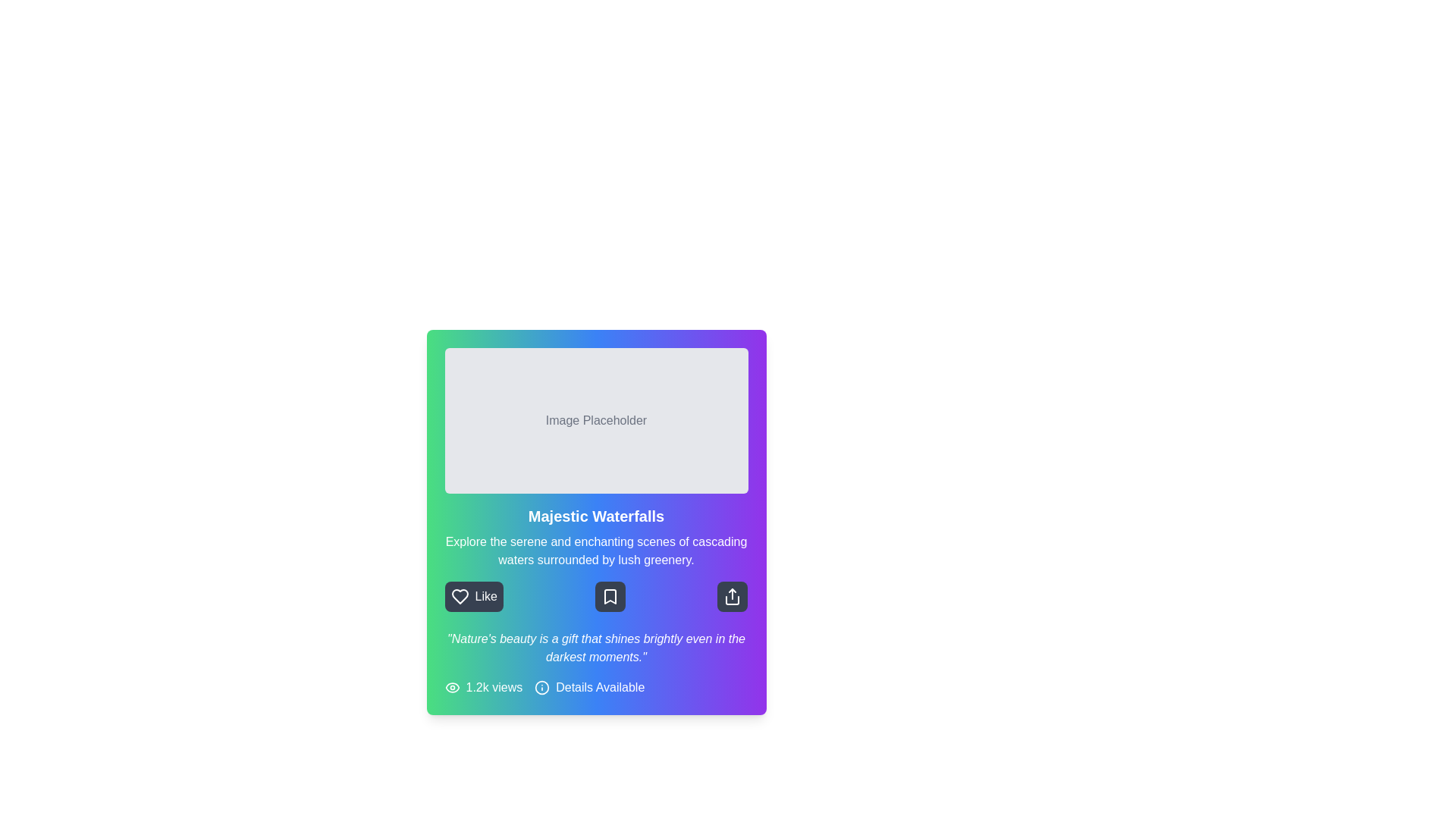 The height and width of the screenshot is (819, 1456). I want to click on share icon located in the bottom-right section of the card, which enhances its visual identification, so click(733, 599).